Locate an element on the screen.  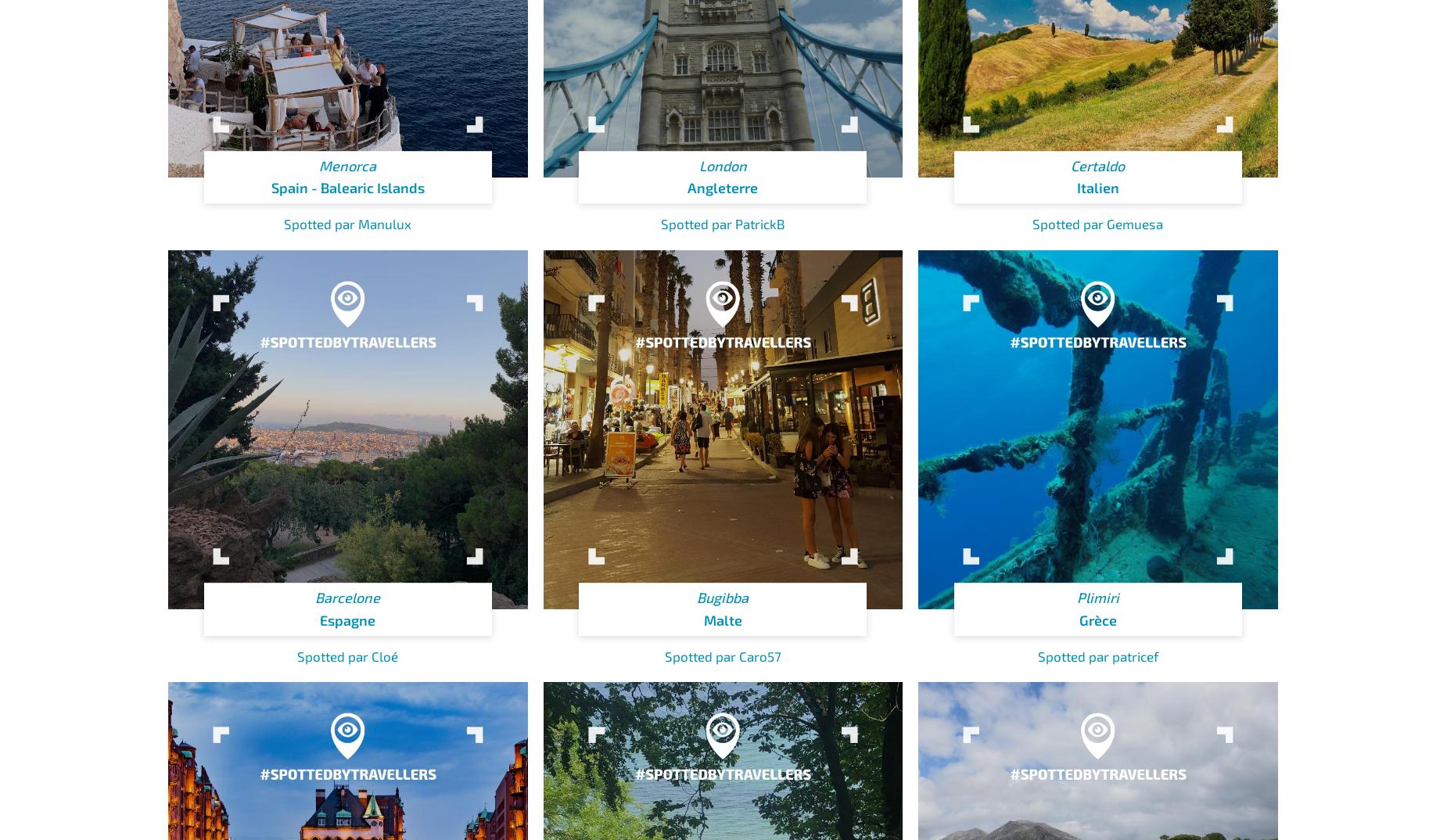
'Certaldo' is located at coordinates (1097, 165).